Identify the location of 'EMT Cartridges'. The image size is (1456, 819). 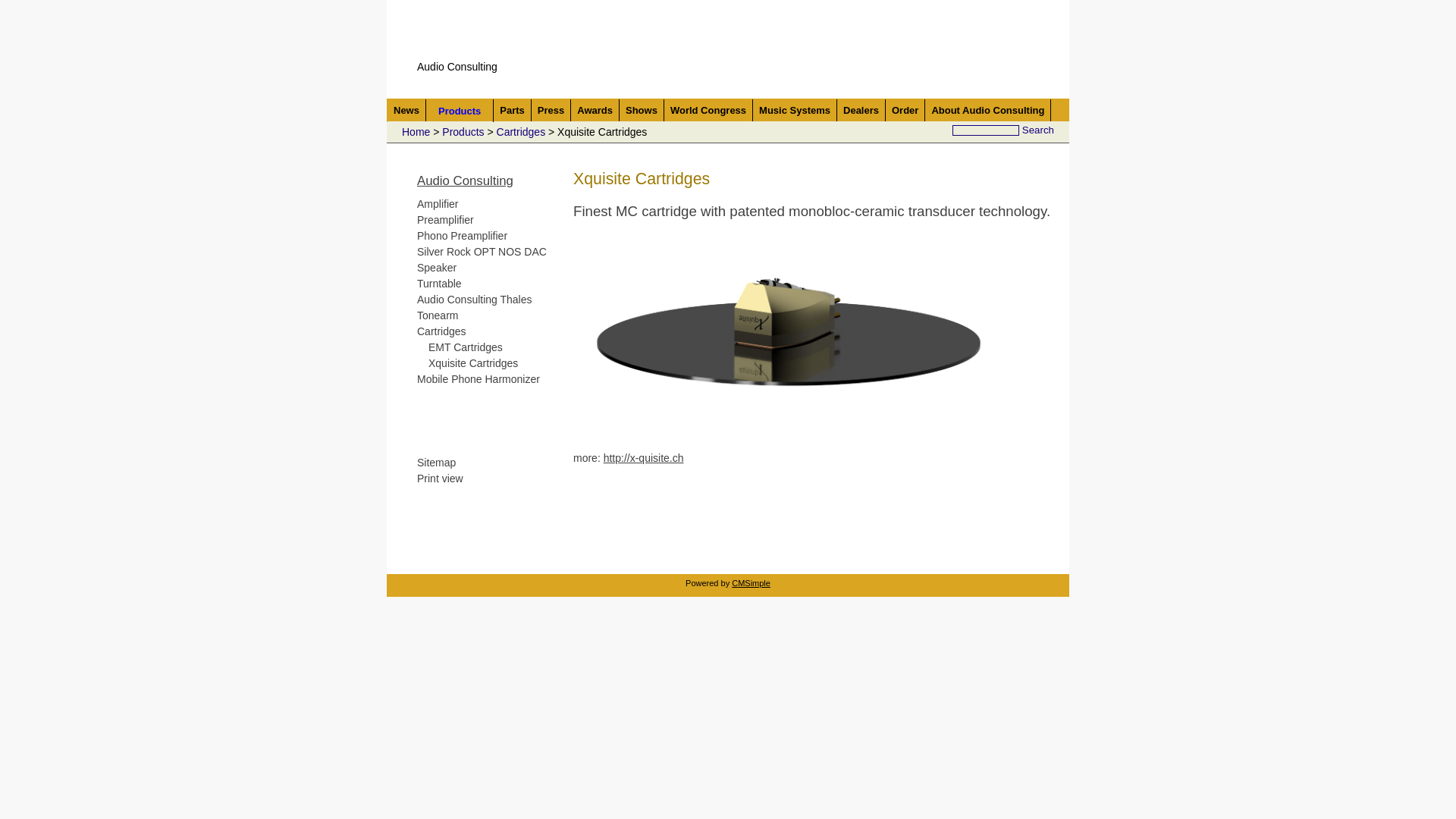
(465, 347).